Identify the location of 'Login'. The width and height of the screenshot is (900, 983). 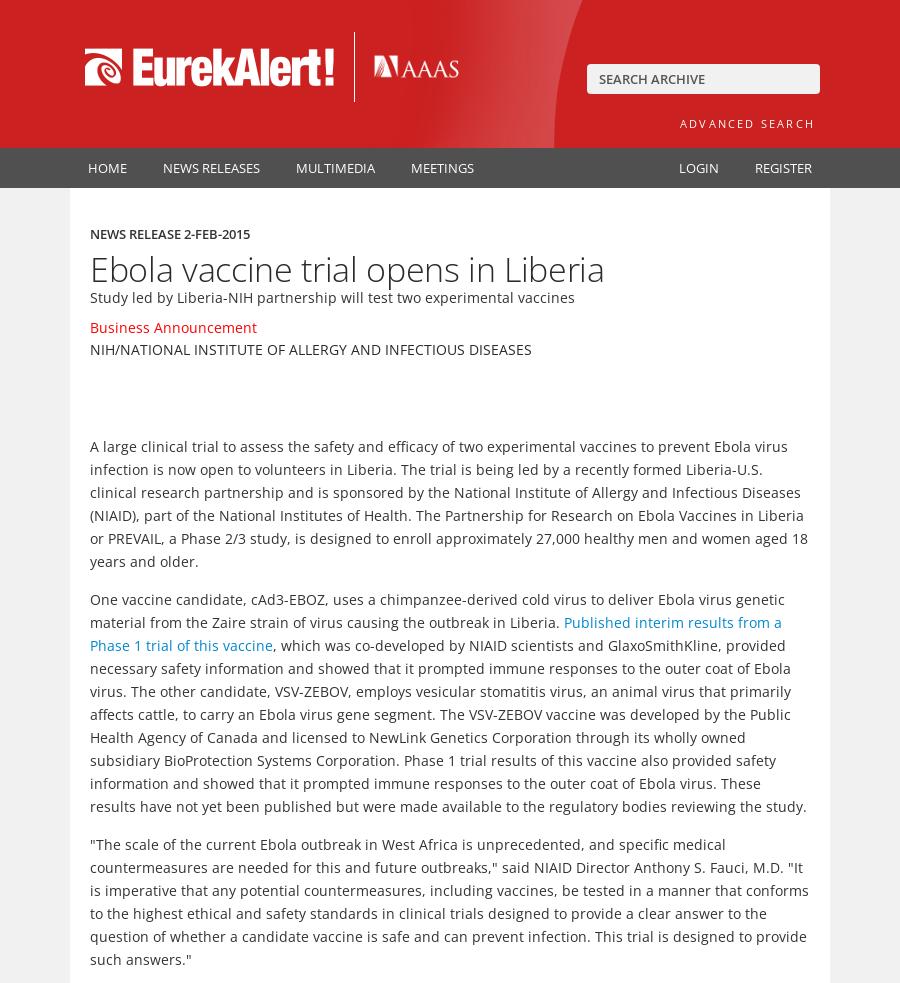
(698, 167).